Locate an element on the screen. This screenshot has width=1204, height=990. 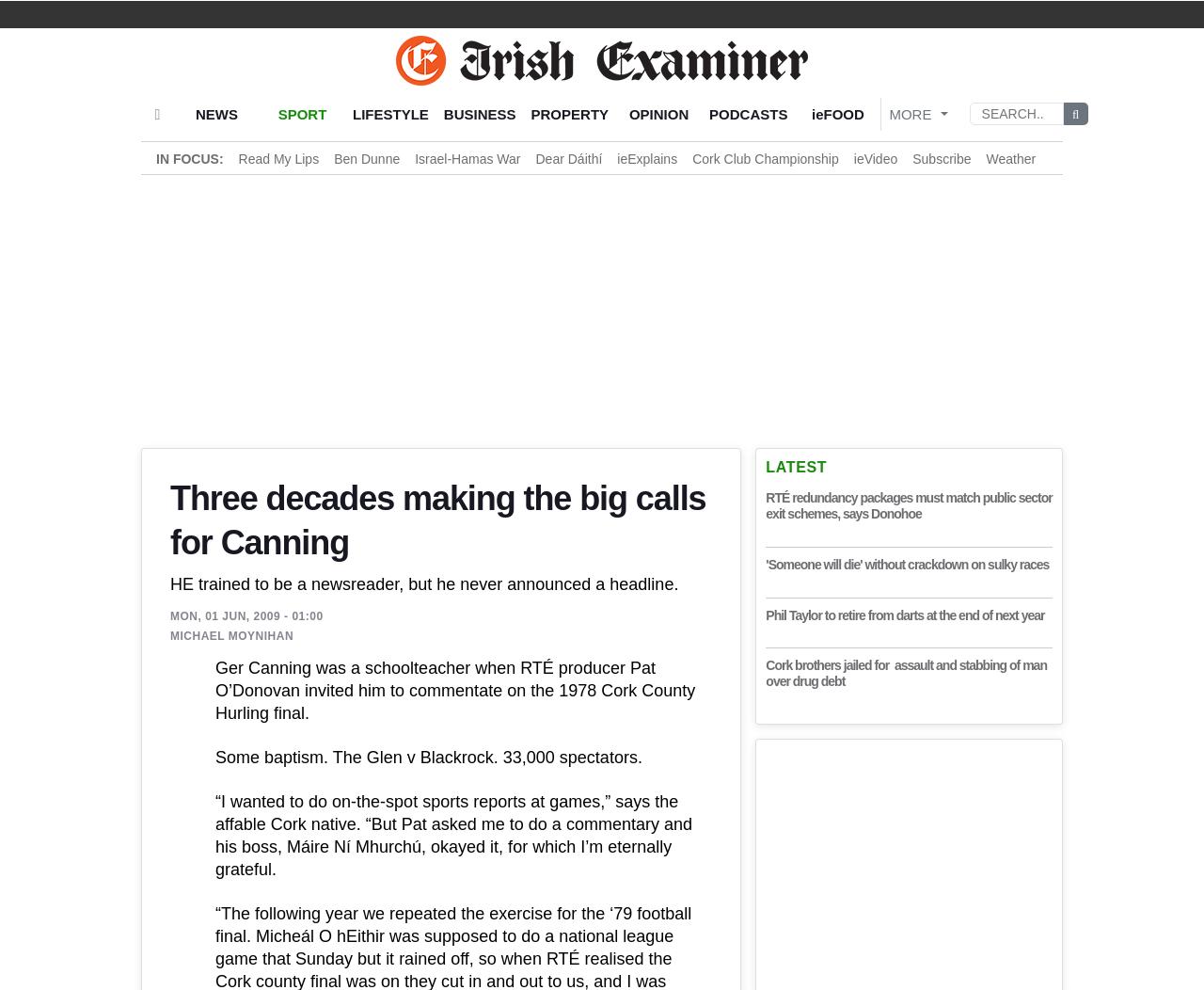
'READ NOW' is located at coordinates (1062, 897).